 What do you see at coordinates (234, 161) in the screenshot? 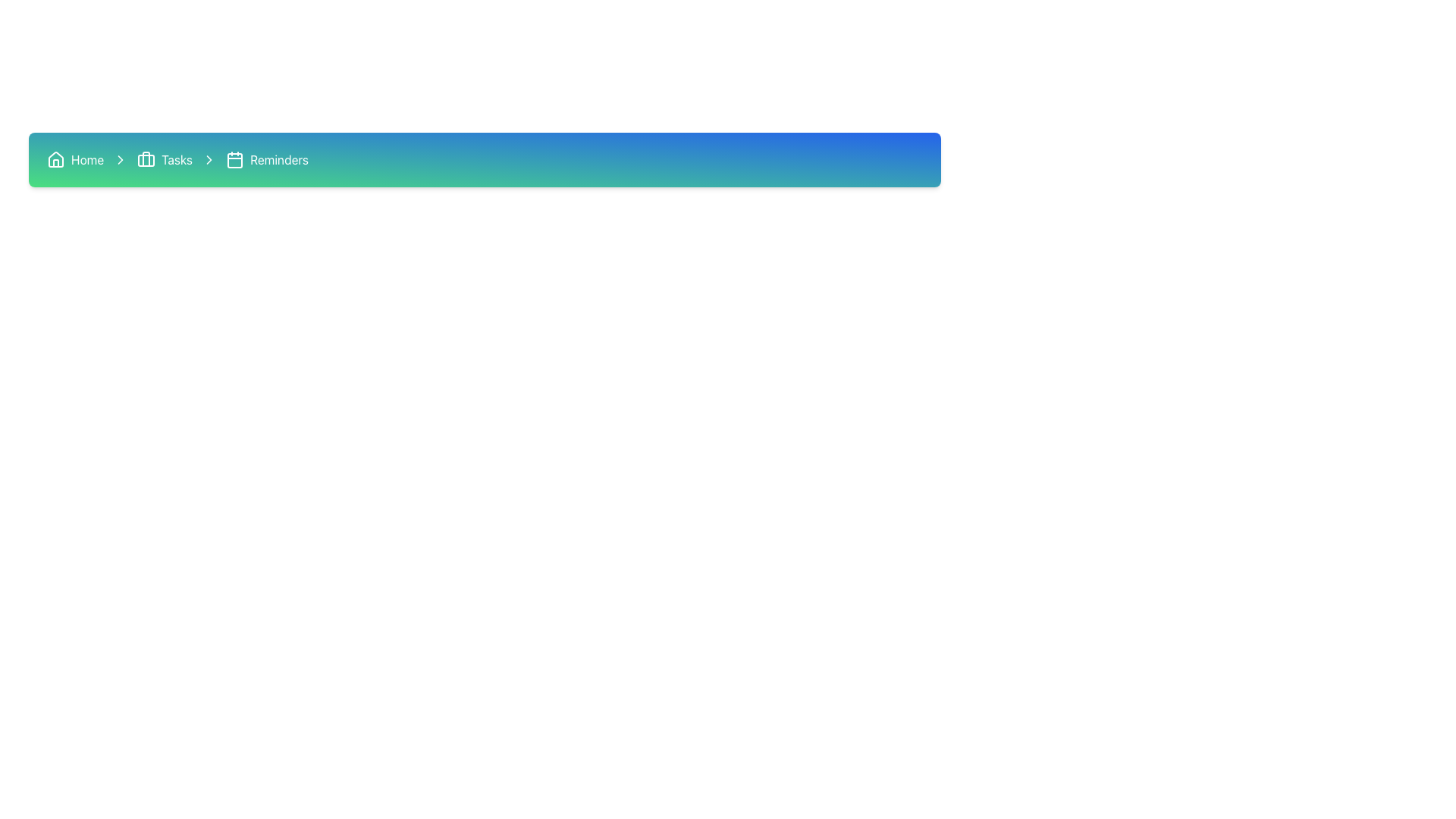
I see `the teal-colored calendar icon with rounded corners that is positioned to the right of a gift icon and to the left of the 'Reminders' text in the navigation bar` at bounding box center [234, 161].